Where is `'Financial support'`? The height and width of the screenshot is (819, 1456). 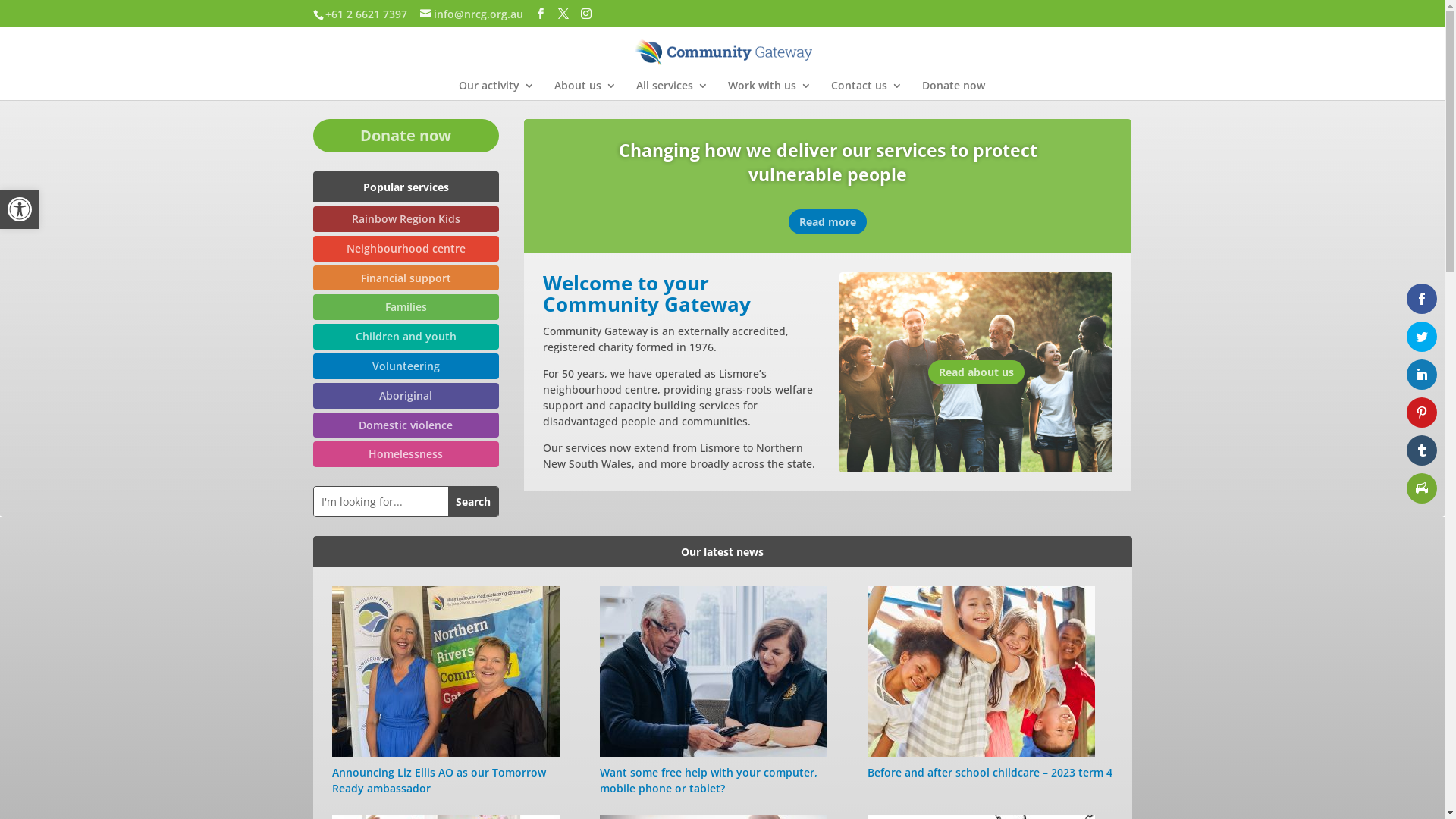
'Financial support' is located at coordinates (405, 278).